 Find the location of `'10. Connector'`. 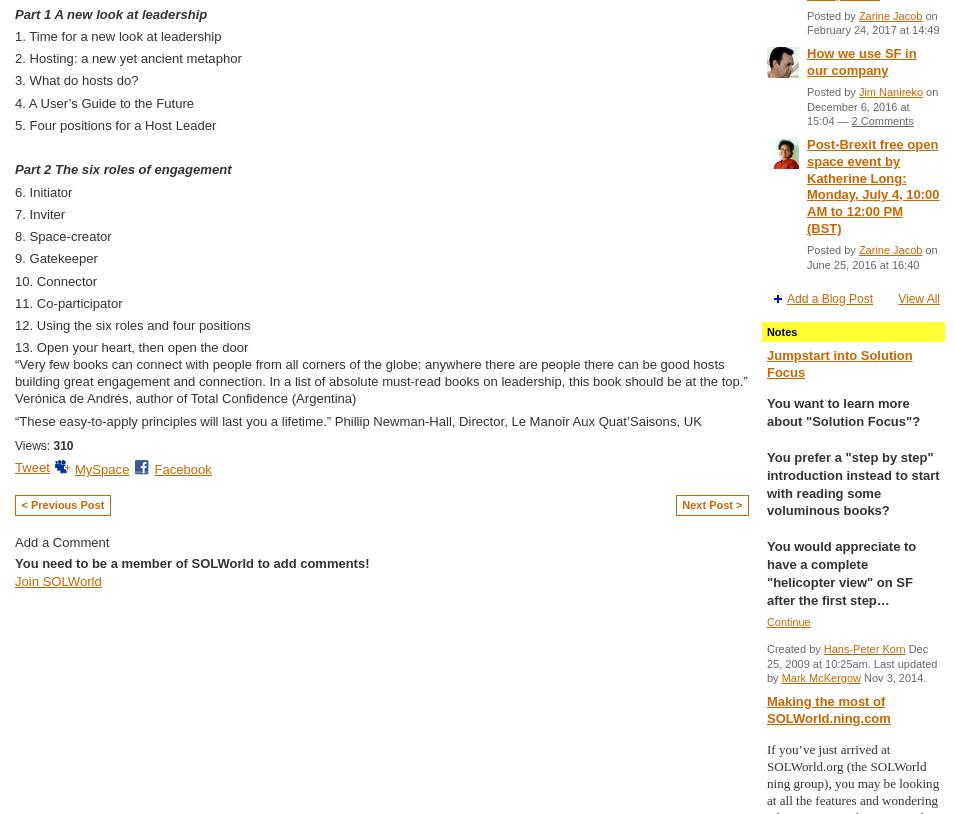

'10. Connector' is located at coordinates (13, 280).